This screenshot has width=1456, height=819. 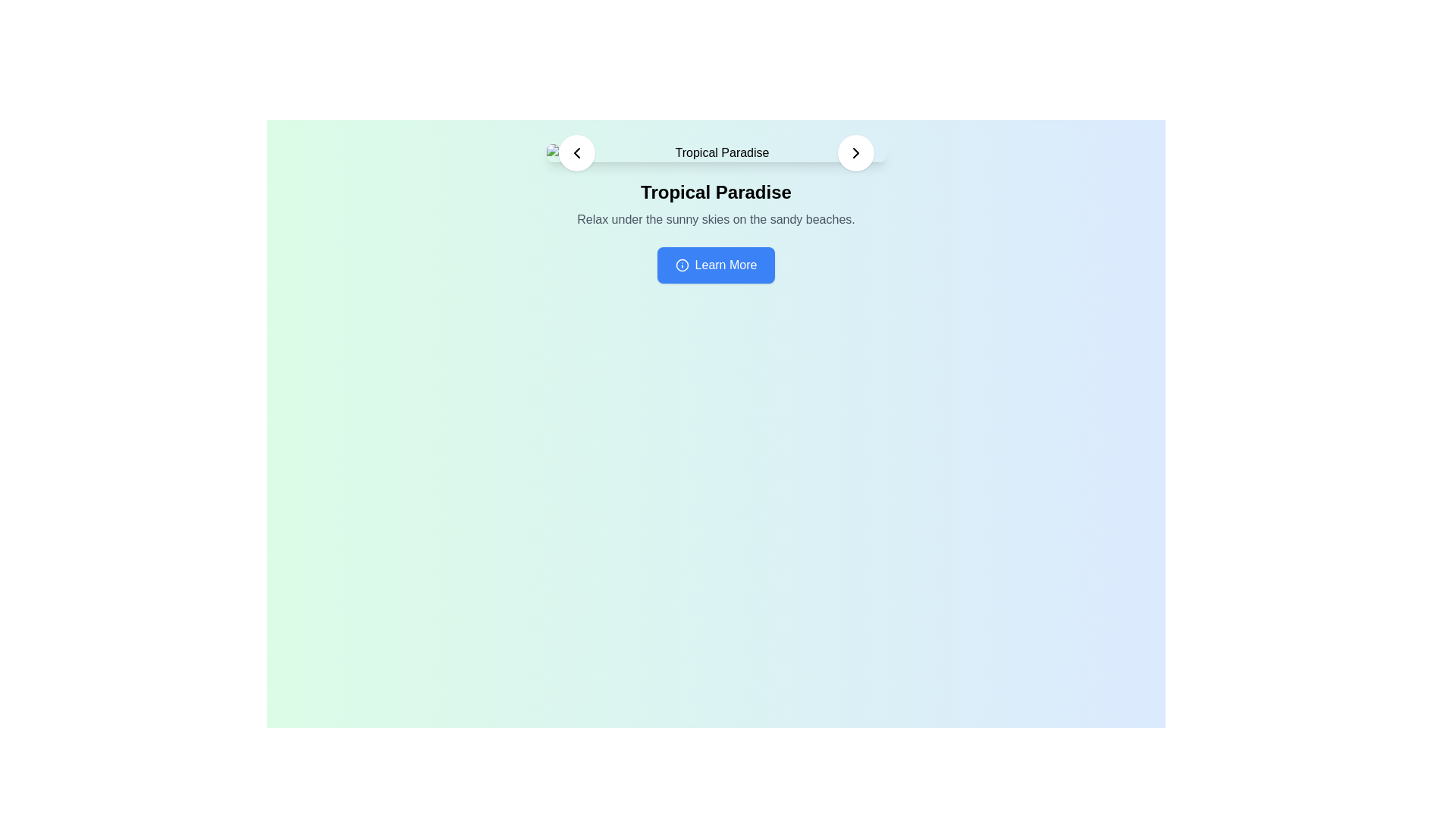 I want to click on the 'Learn More' button which contains the information icon on its left side, so click(x=681, y=265).